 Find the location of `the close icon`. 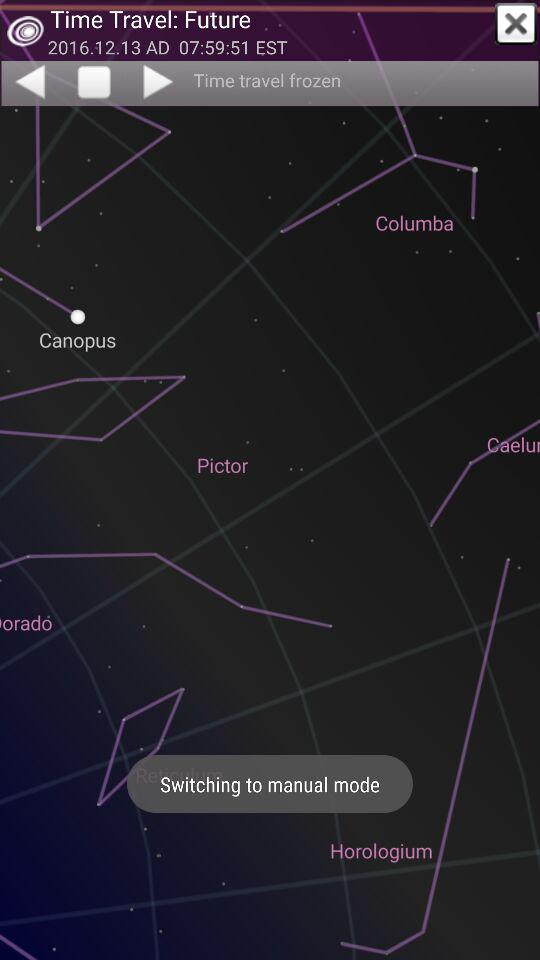

the close icon is located at coordinates (516, 23).